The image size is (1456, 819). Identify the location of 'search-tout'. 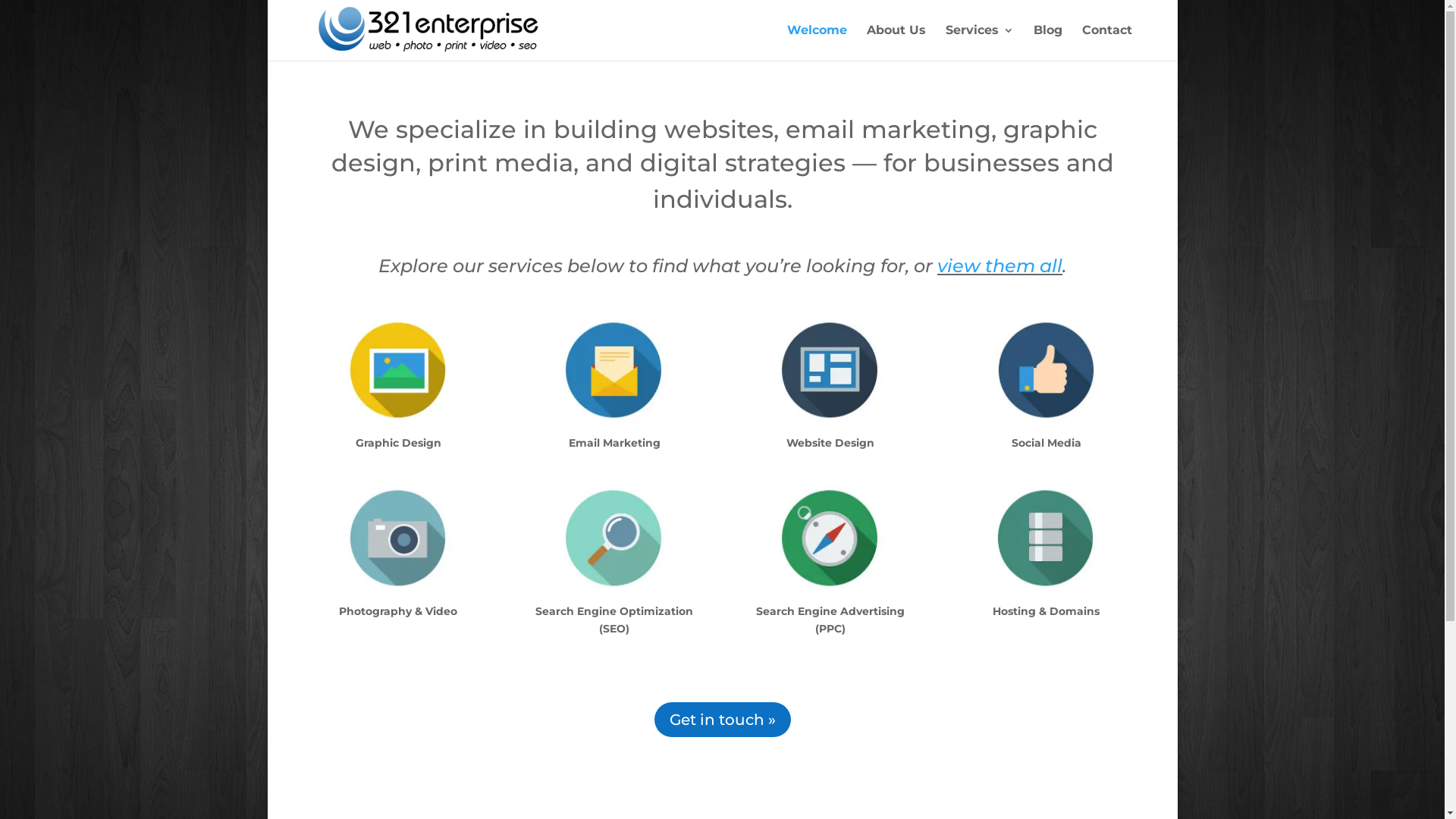
(613, 537).